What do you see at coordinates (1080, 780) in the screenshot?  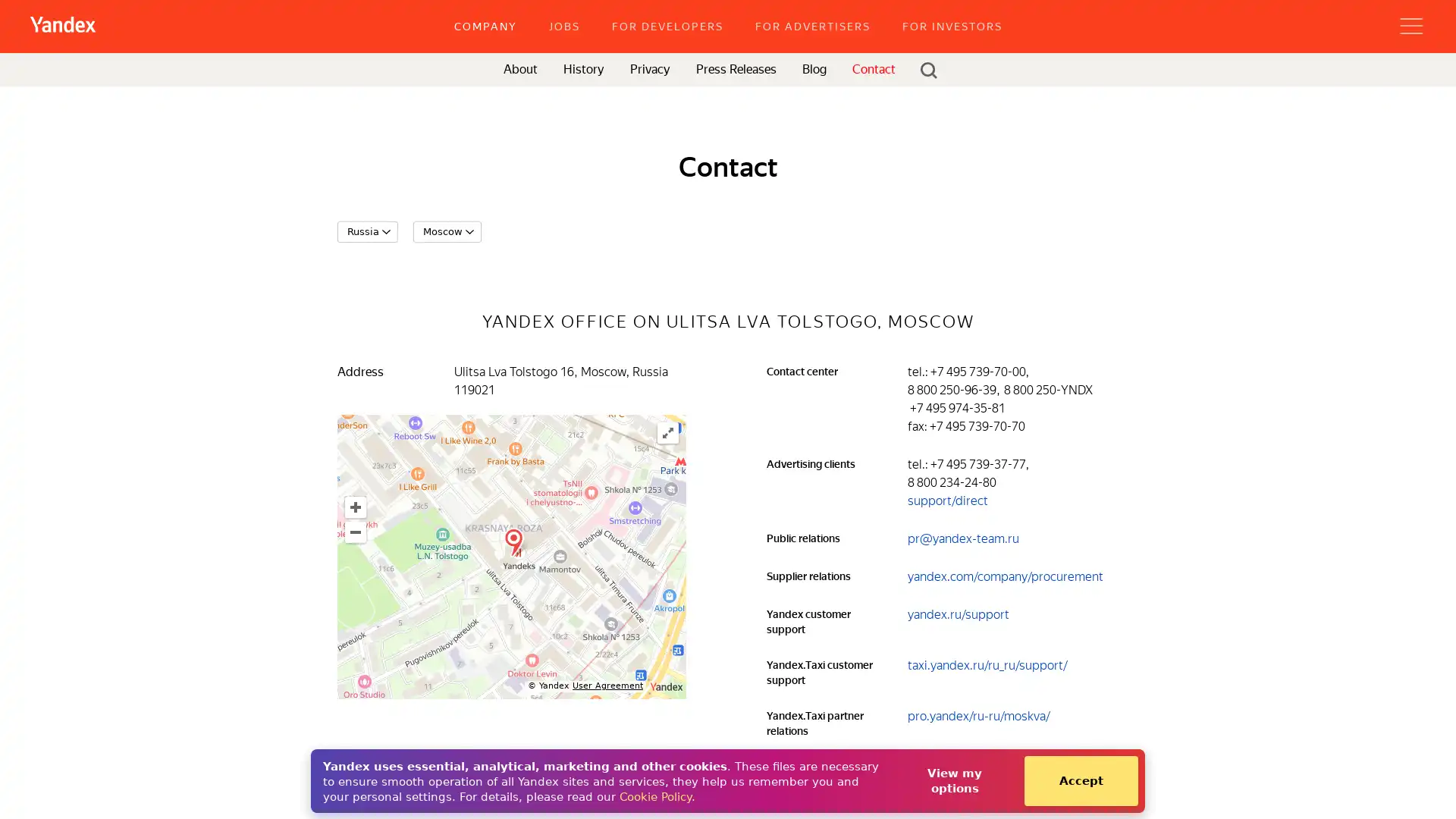 I see `Accept` at bounding box center [1080, 780].